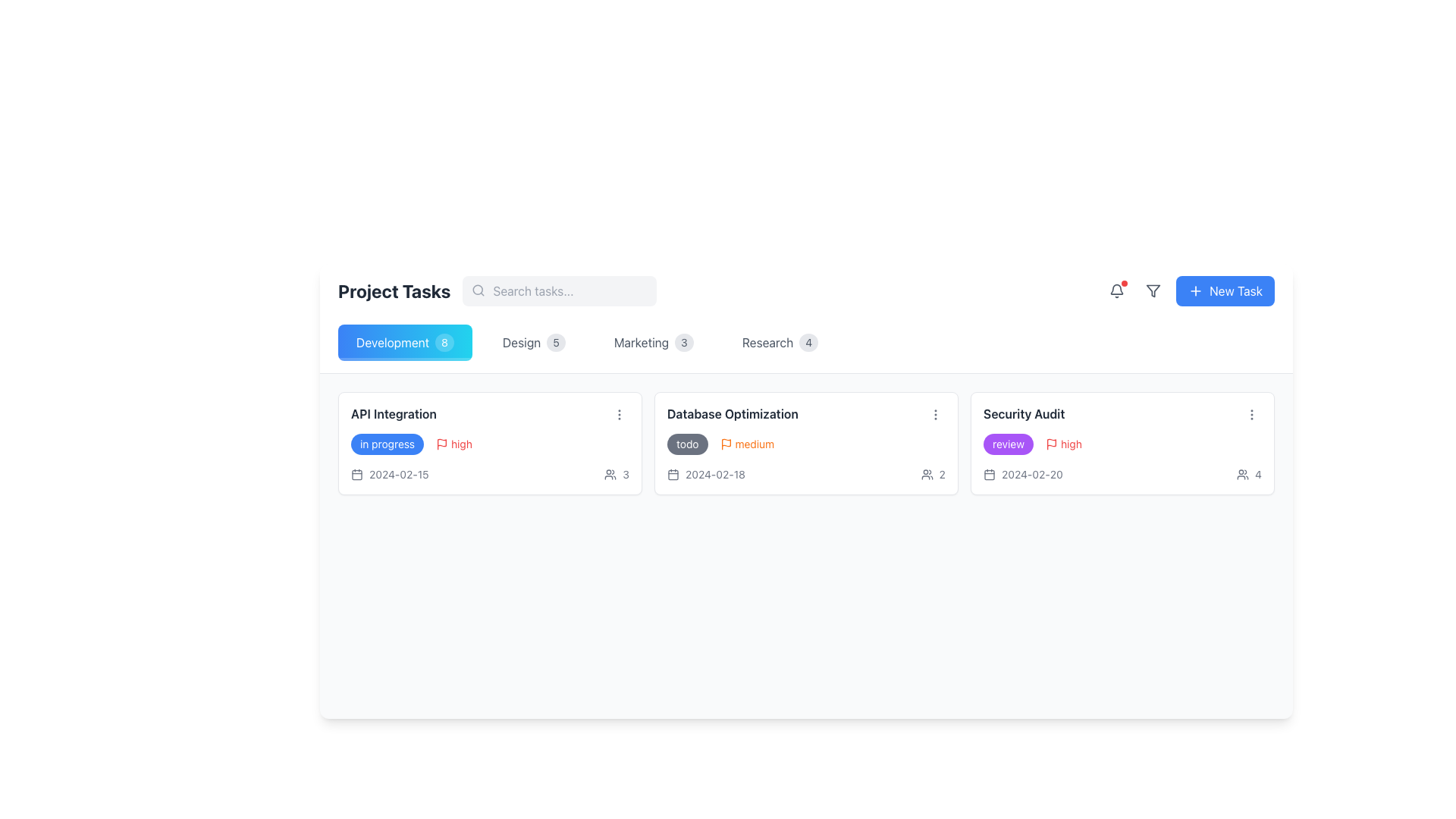 This screenshot has height=819, width=1456. Describe the element at coordinates (1252, 415) in the screenshot. I see `the menu trigger button located in the top-right corner of the 'Security Audit' card` at that location.